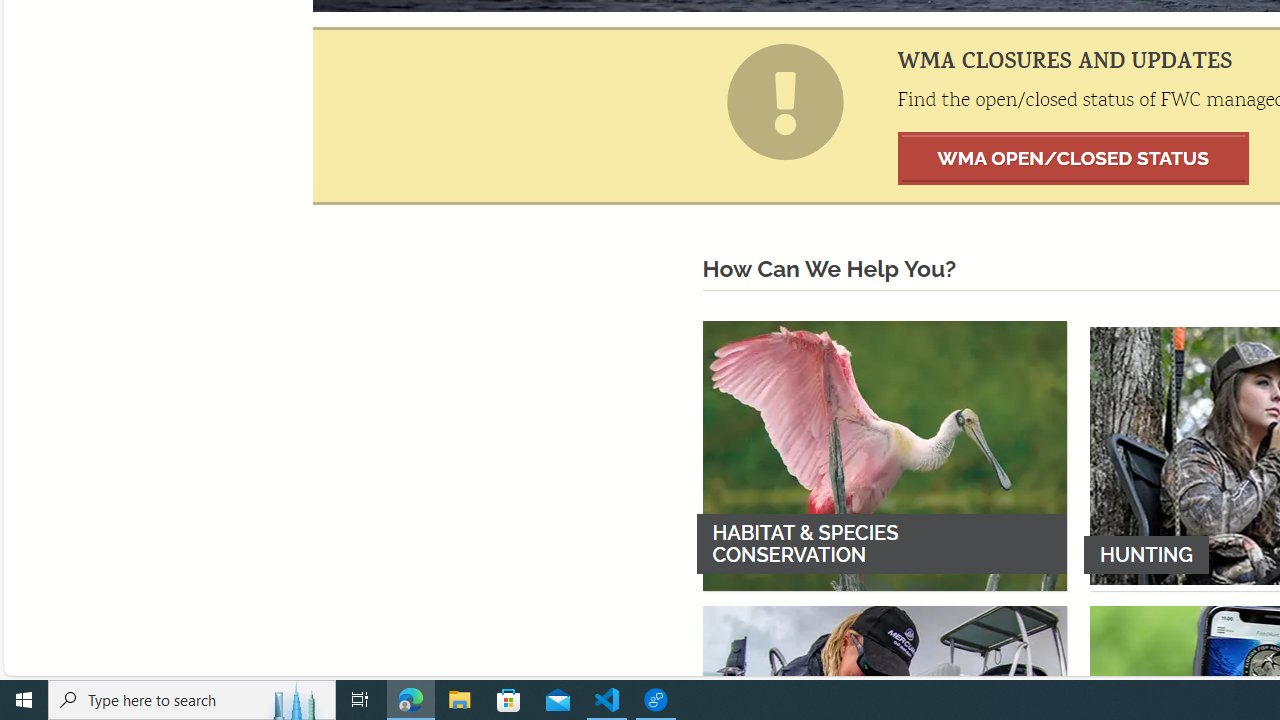 Image resolution: width=1280 pixels, height=720 pixels. What do you see at coordinates (1072, 157) in the screenshot?
I see `'WMA OPEN/CLOSED STATUS'` at bounding box center [1072, 157].